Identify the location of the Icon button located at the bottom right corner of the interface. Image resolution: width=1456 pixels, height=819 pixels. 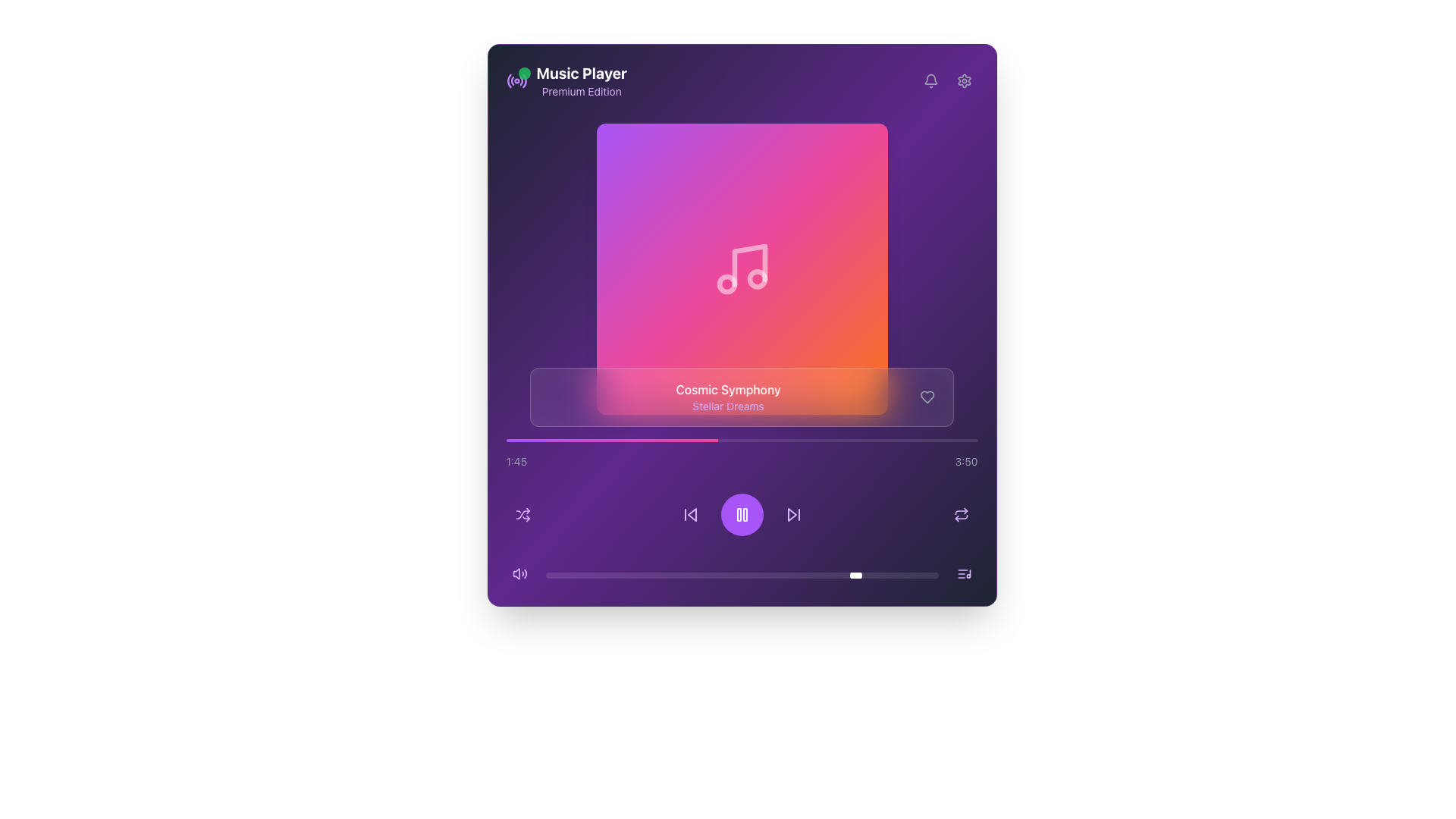
(963, 573).